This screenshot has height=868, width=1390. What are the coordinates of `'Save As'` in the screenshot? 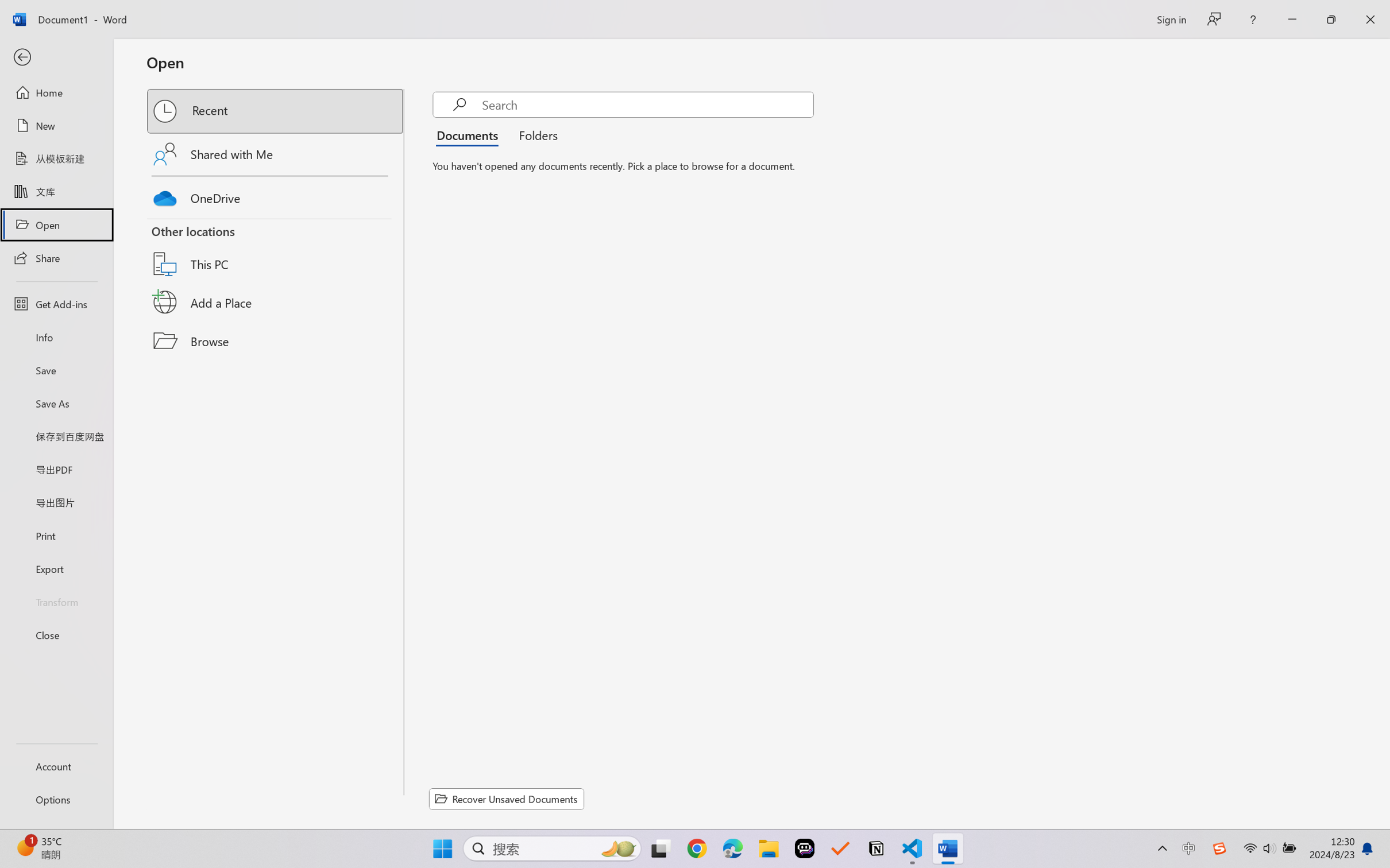 It's located at (56, 403).